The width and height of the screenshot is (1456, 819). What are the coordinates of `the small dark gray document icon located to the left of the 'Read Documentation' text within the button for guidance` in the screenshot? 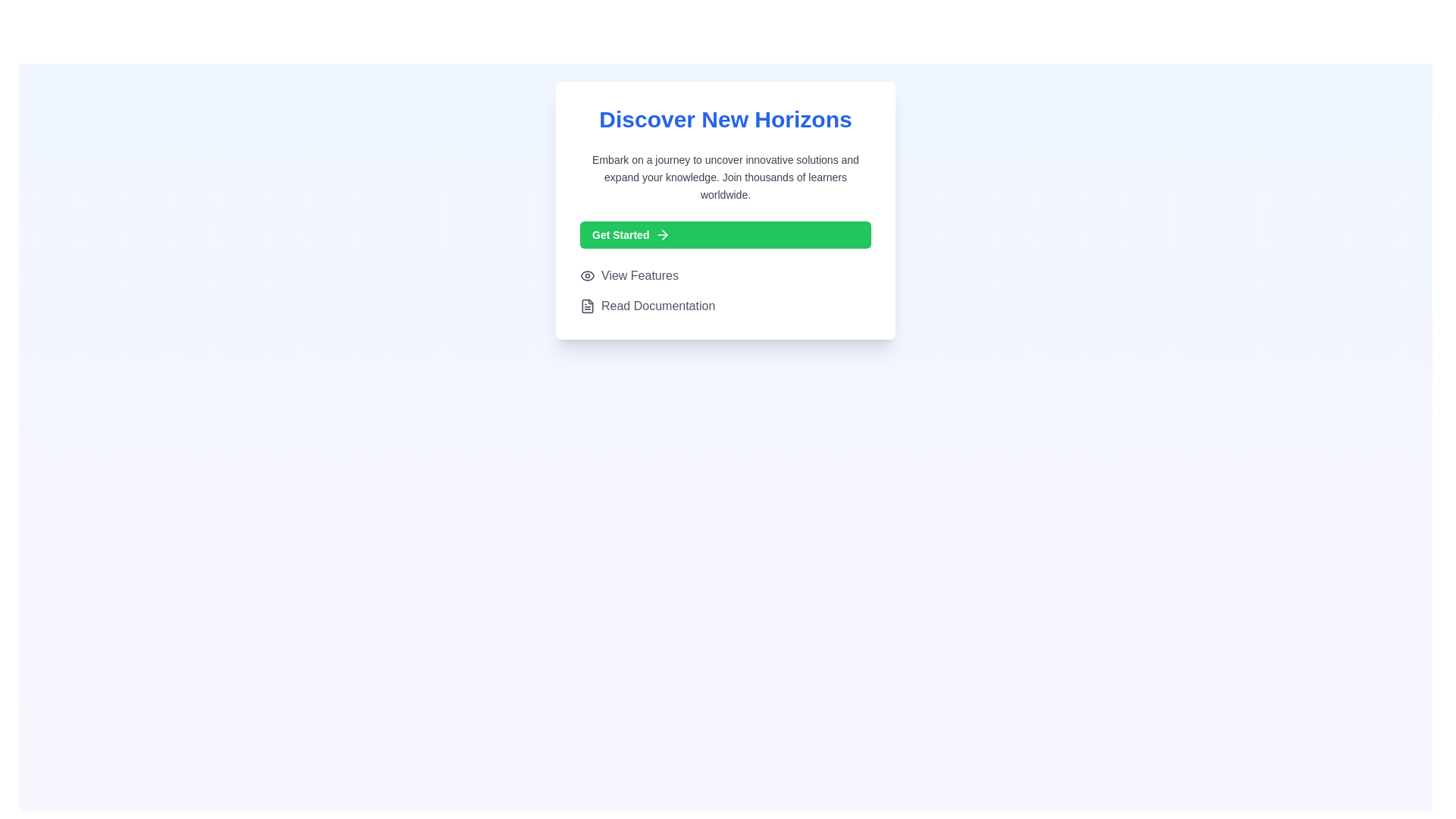 It's located at (586, 306).